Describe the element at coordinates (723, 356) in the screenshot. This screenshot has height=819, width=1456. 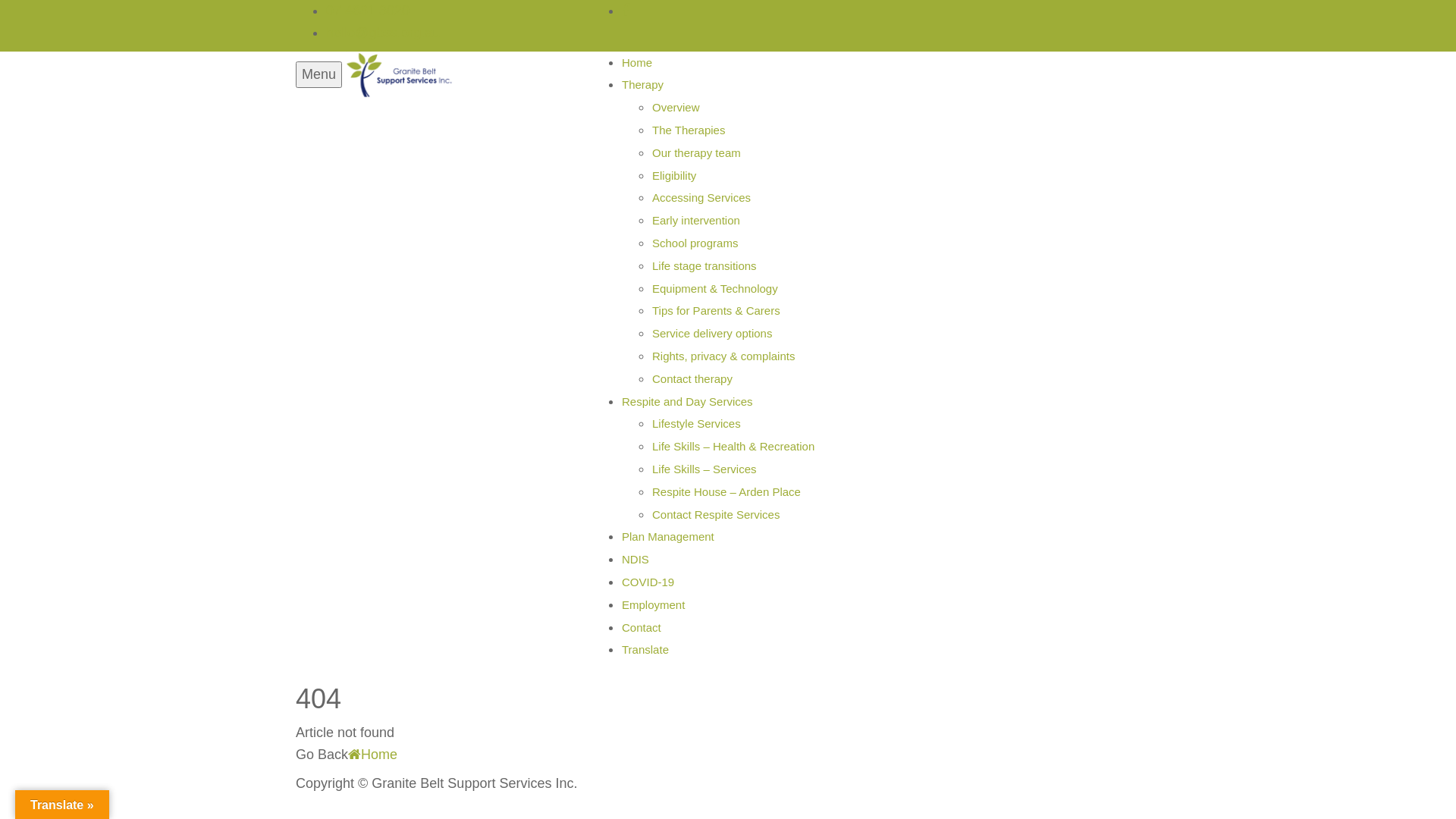
I see `'Rights, privacy & complaints'` at that location.